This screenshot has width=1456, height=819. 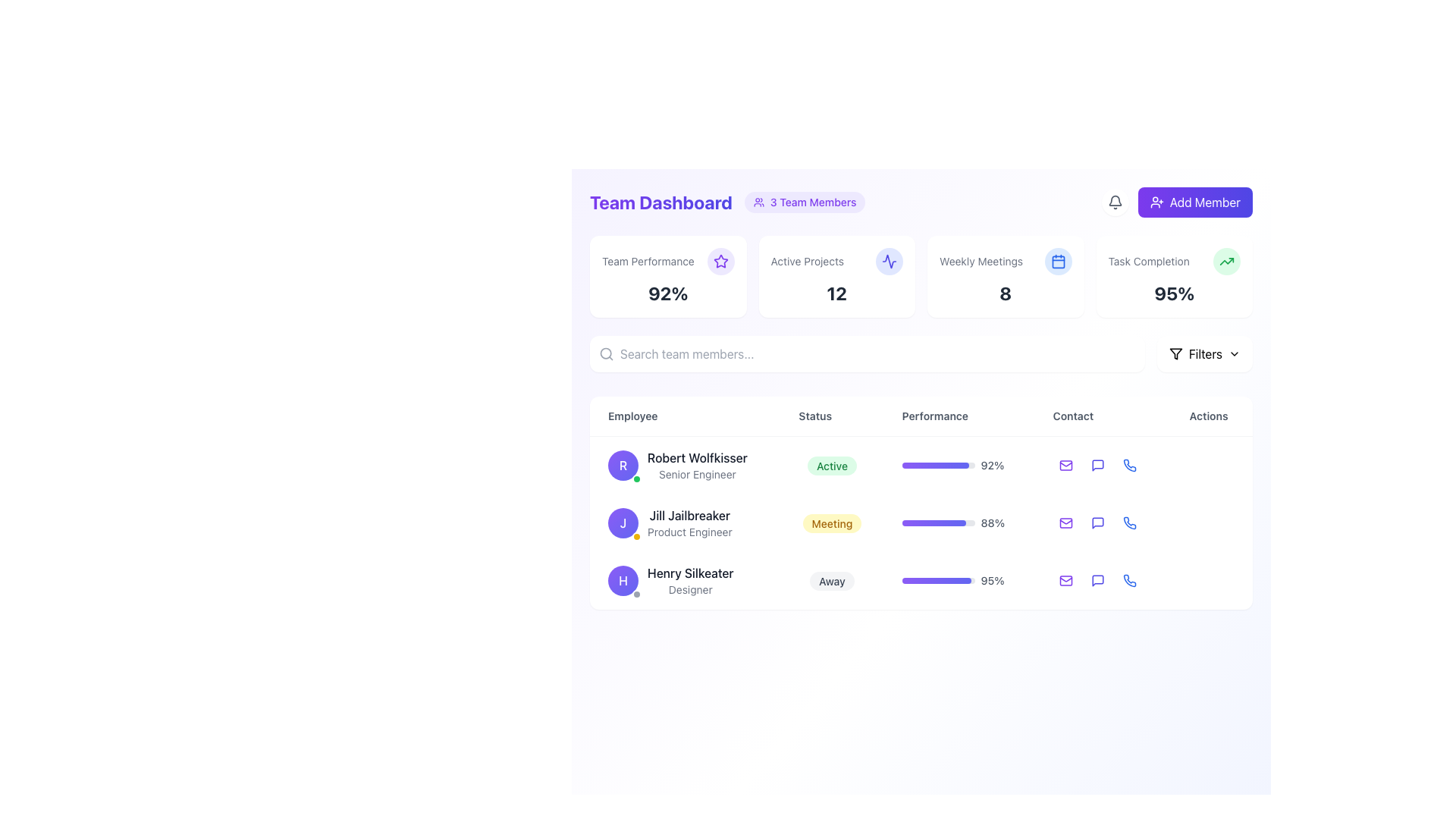 I want to click on the horizontal progress bar under the 'Performance' column corresponding to 'Jill Jailbreaker', which indicates a progress of 88%, so click(x=937, y=522).